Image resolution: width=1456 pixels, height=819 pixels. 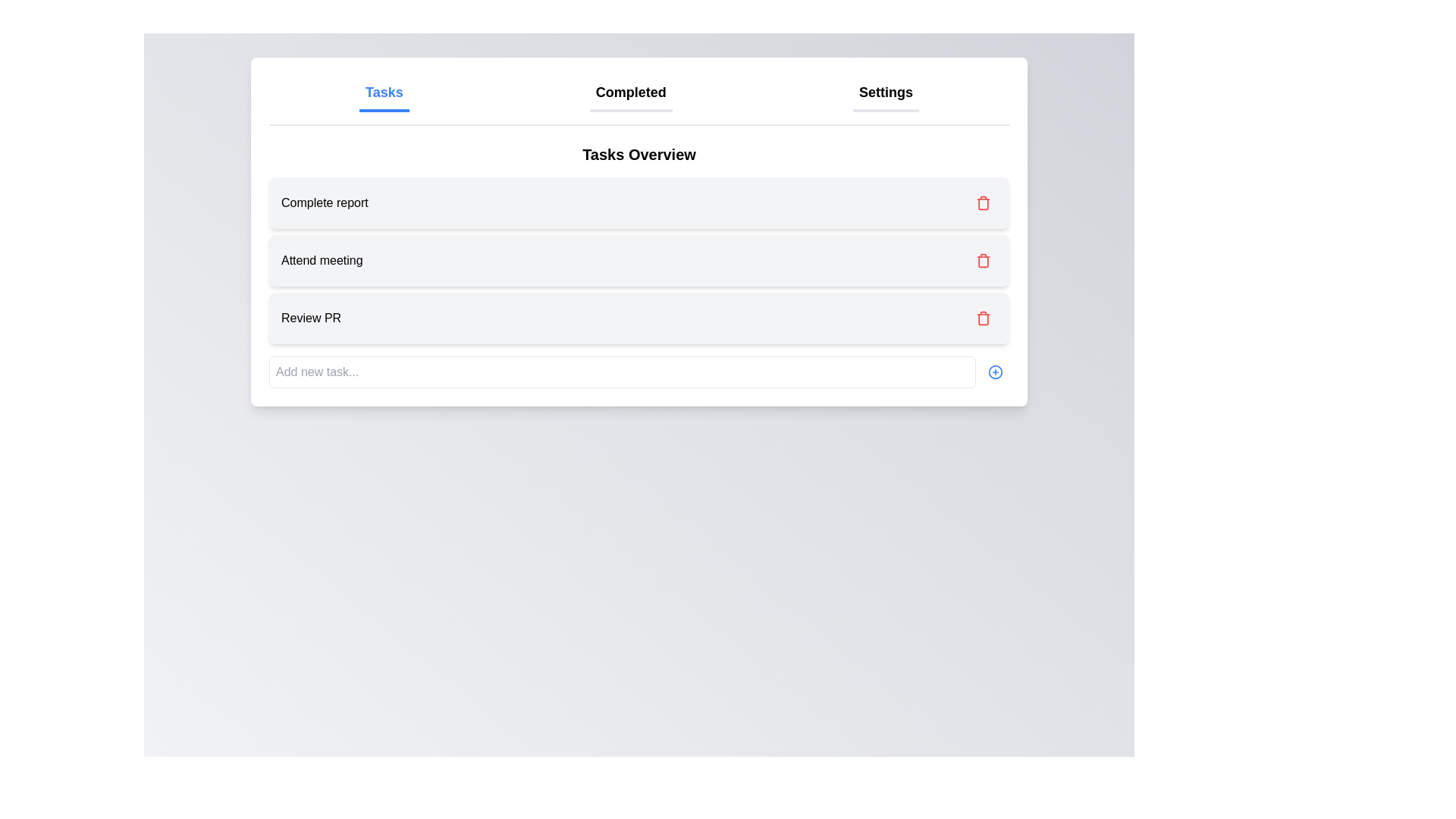 What do you see at coordinates (983, 318) in the screenshot?
I see `the third red trash can icon button` at bounding box center [983, 318].